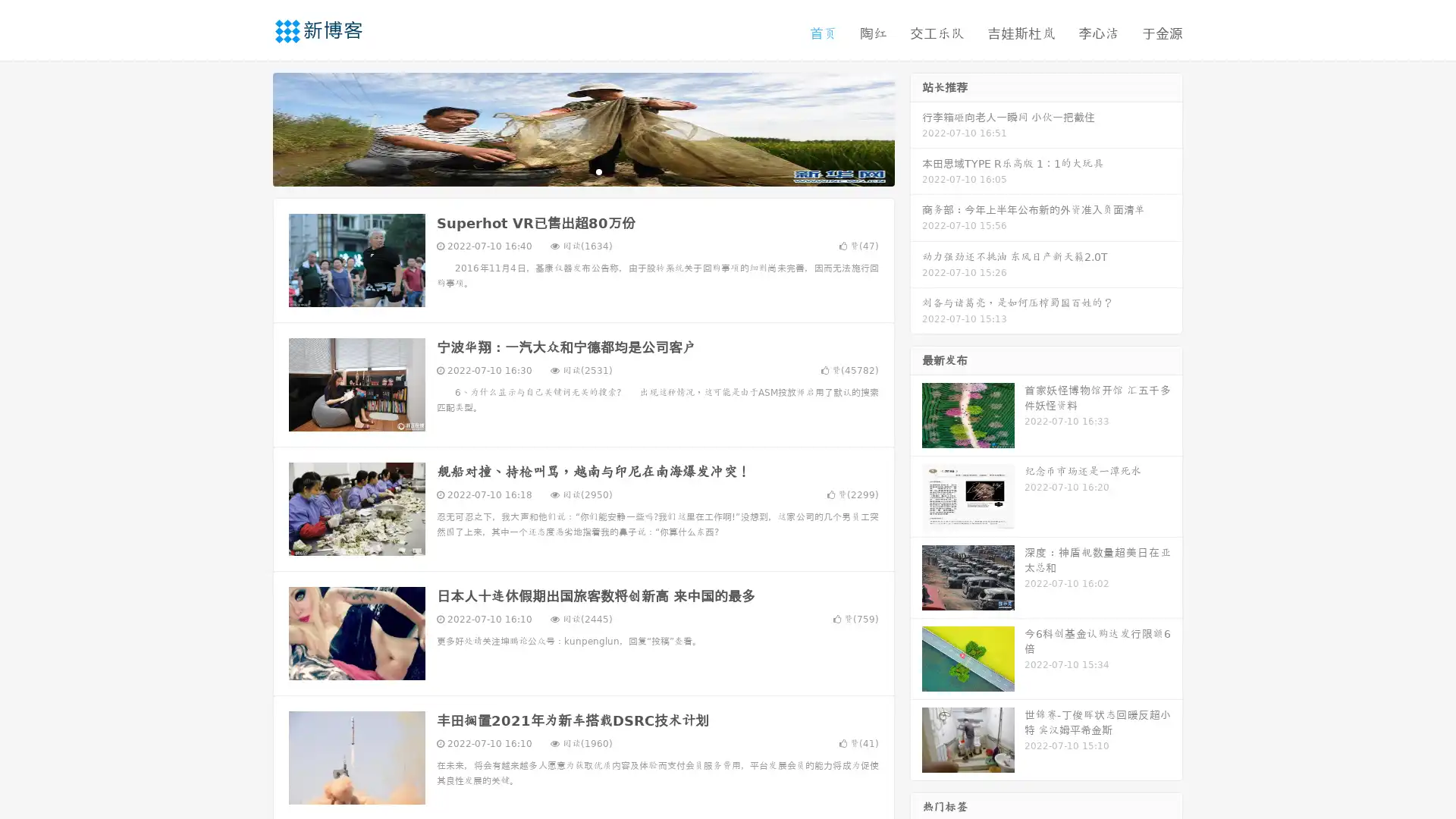 Image resolution: width=1456 pixels, height=819 pixels. I want to click on Go to slide 2, so click(582, 171).